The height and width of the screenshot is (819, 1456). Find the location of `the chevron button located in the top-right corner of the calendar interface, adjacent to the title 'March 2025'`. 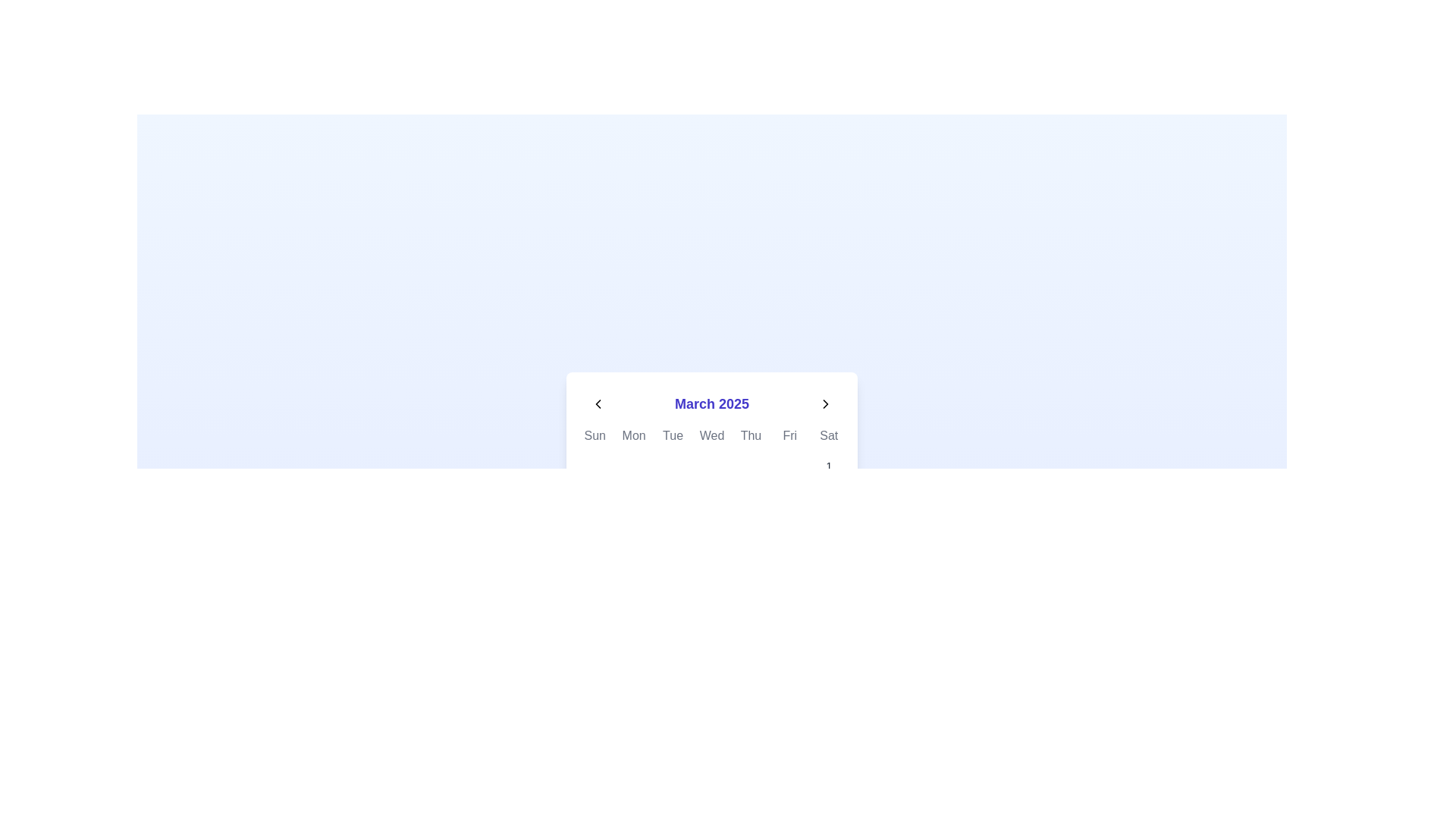

the chevron button located in the top-right corner of the calendar interface, adjacent to the title 'March 2025' is located at coordinates (825, 403).